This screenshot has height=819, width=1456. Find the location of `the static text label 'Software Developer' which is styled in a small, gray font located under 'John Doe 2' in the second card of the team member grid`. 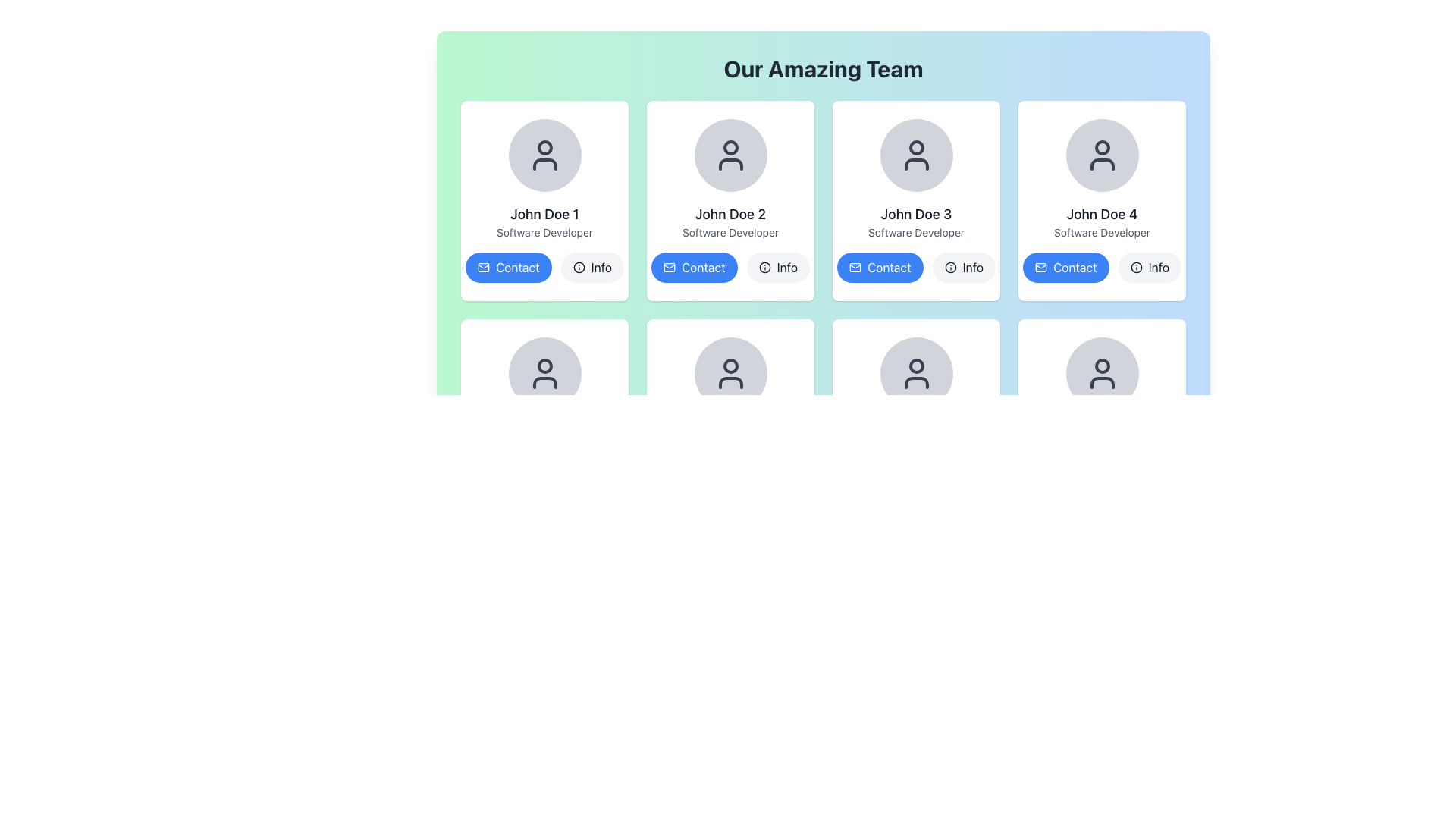

the static text label 'Software Developer' which is styled in a small, gray font located under 'John Doe 2' in the second card of the team member grid is located at coordinates (730, 233).